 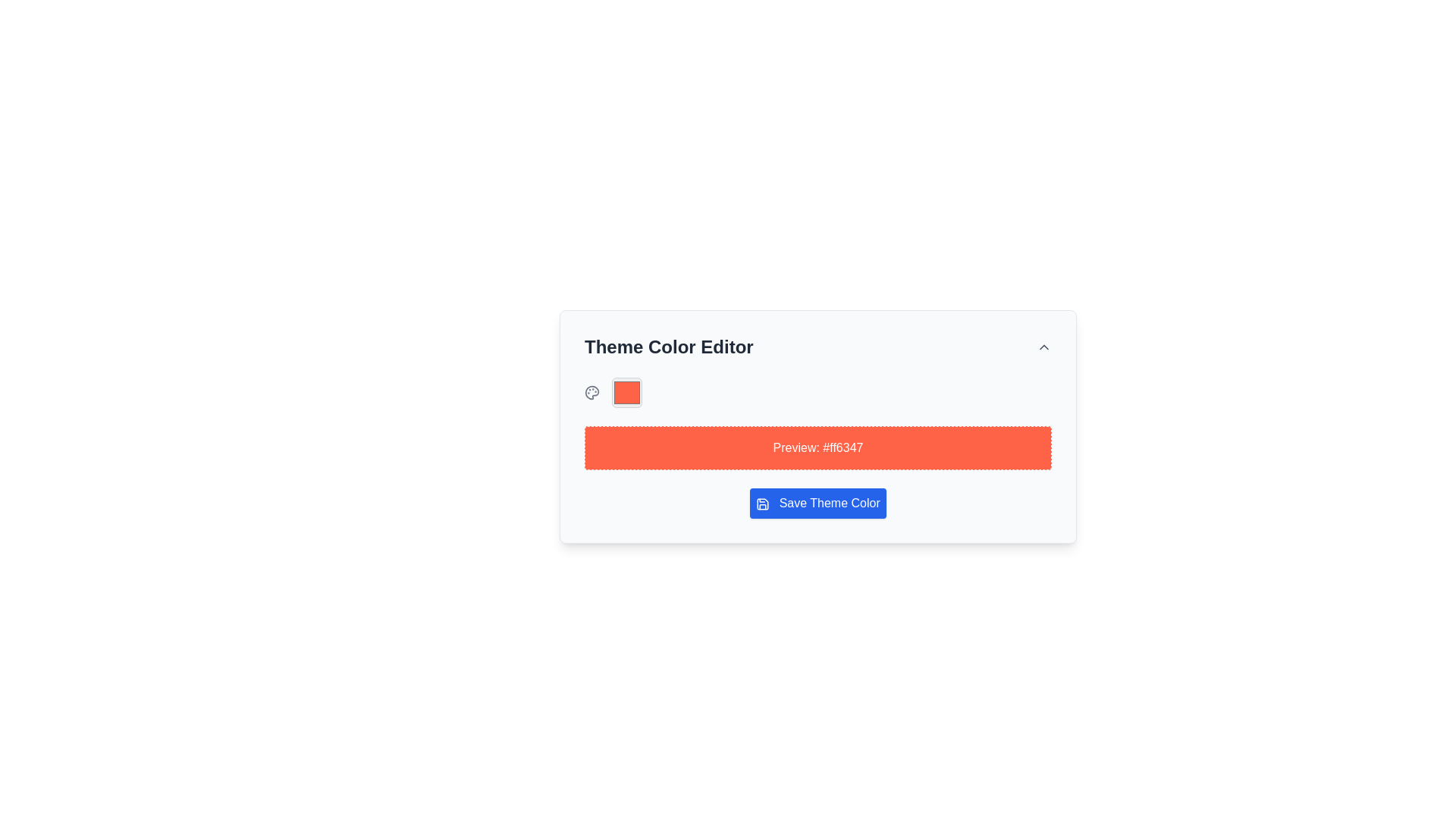 What do you see at coordinates (626, 391) in the screenshot?
I see `the vibrant tomato red color swatch with a light gray border and rounded corners in the 'Theme Color Editor' section` at bounding box center [626, 391].